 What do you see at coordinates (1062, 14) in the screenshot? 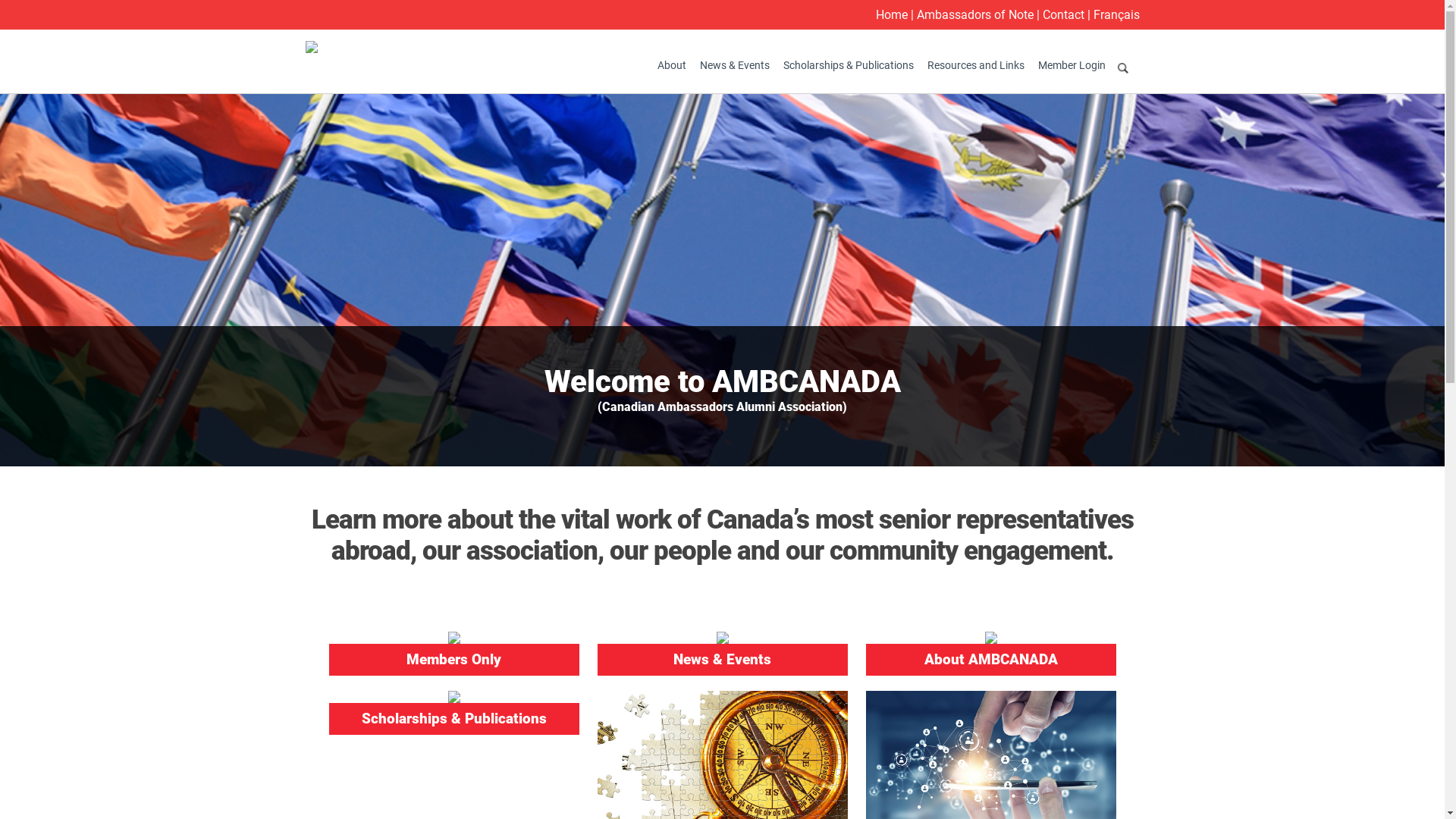
I see `'Contact'` at bounding box center [1062, 14].